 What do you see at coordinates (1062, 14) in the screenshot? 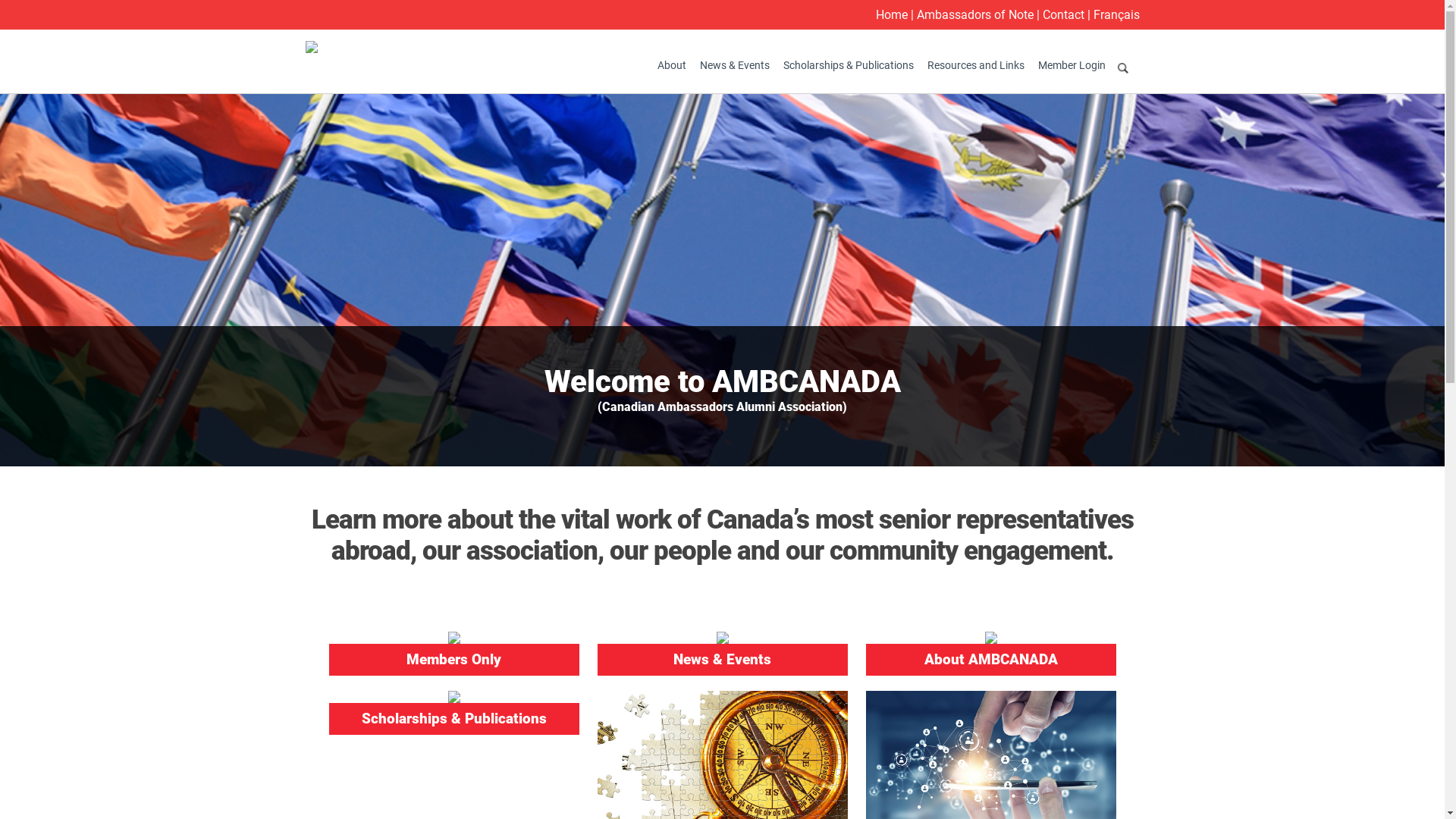
I see `'Contact'` at bounding box center [1062, 14].